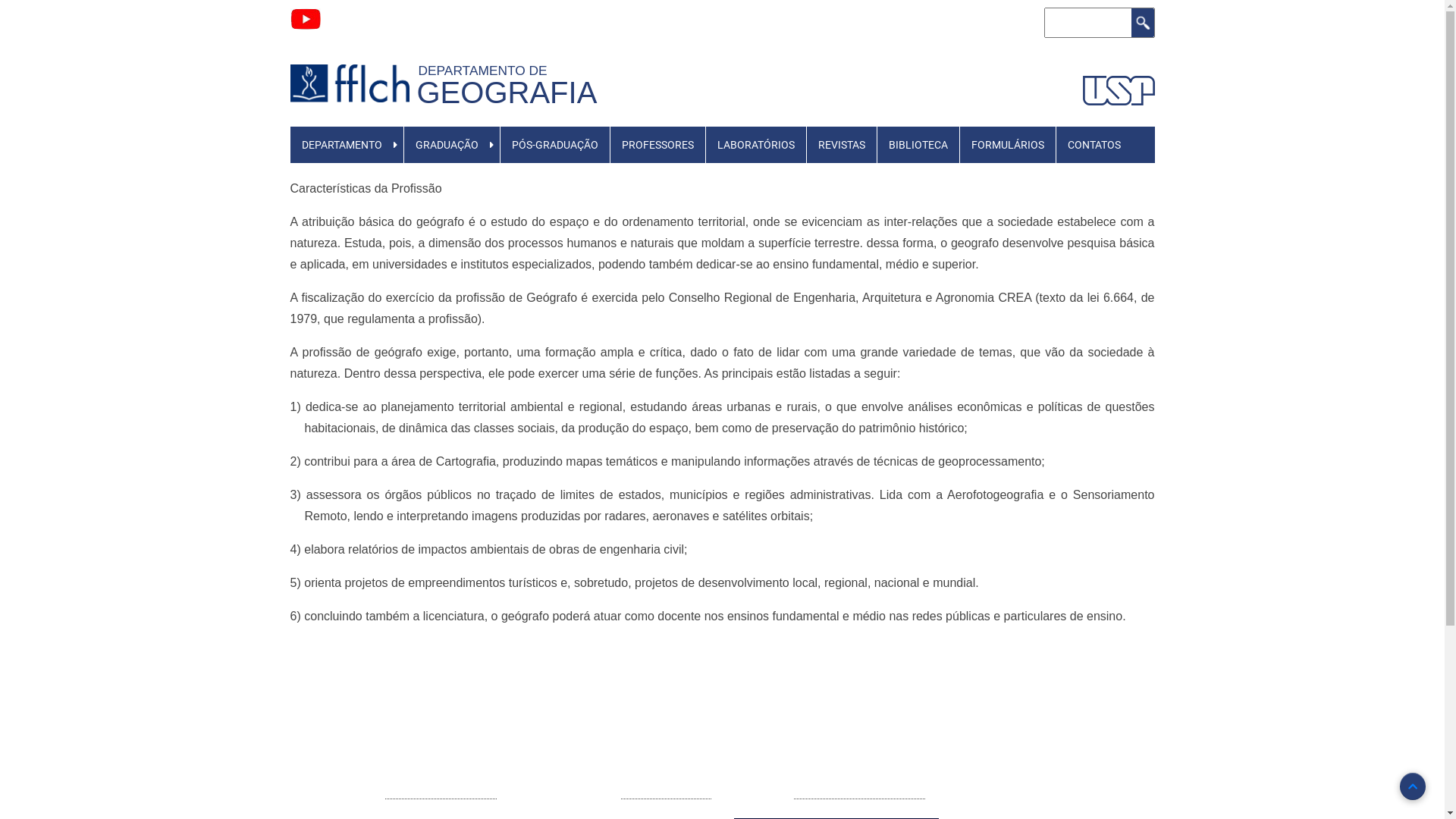  I want to click on 'Buscar', so click(1143, 23).